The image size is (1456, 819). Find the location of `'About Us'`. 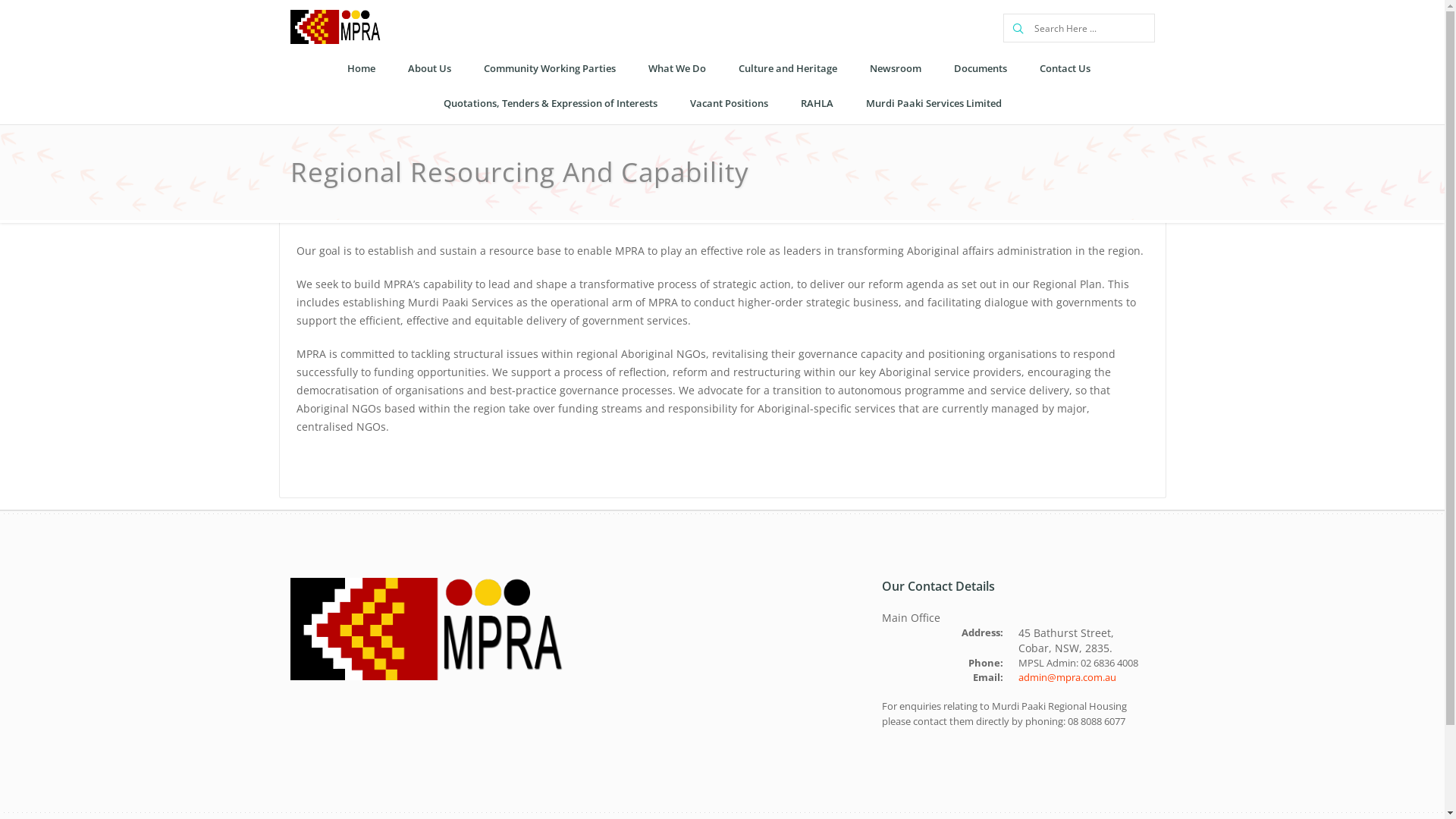

'About Us' is located at coordinates (428, 69).